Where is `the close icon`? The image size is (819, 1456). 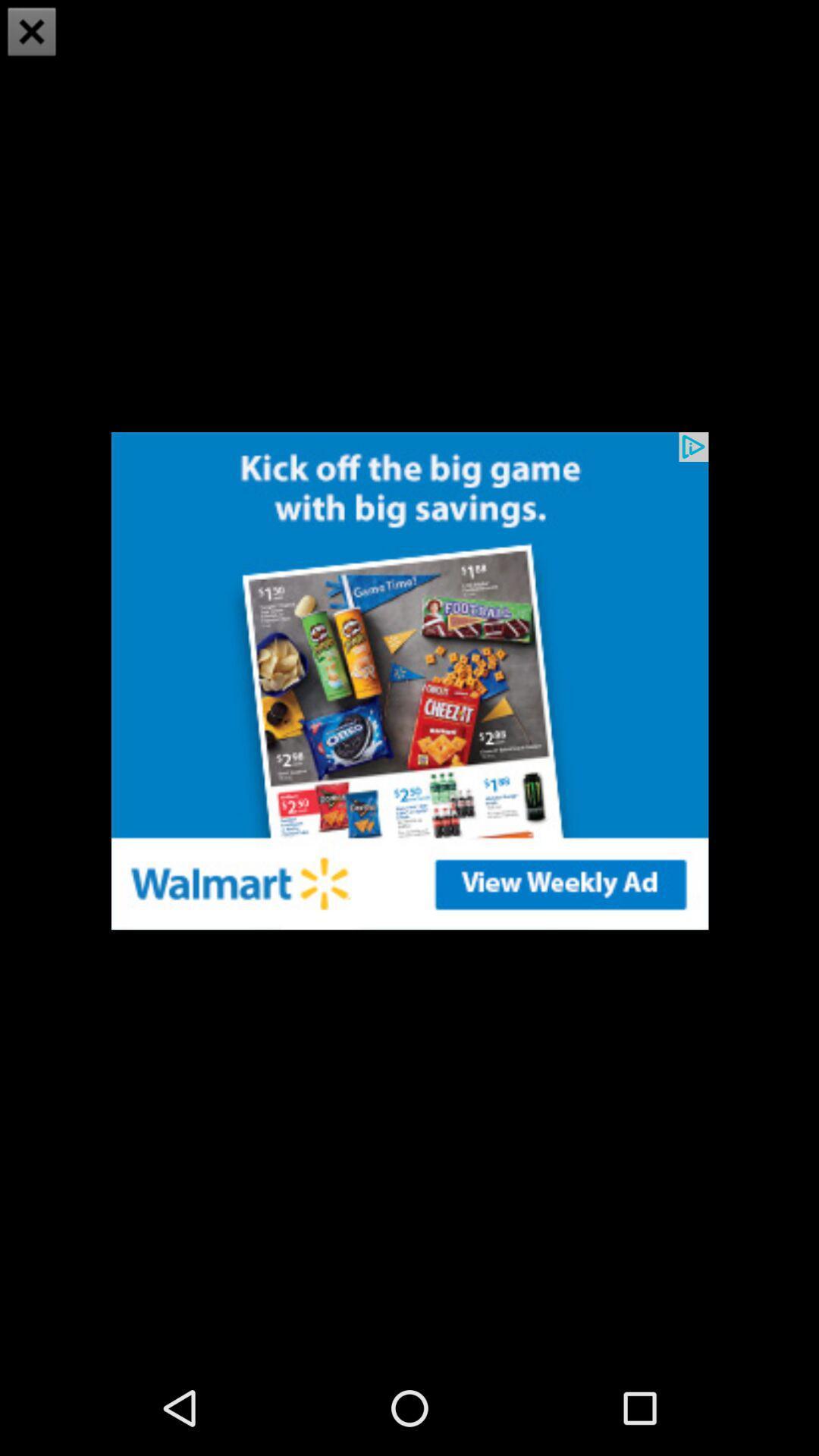 the close icon is located at coordinates (32, 33).